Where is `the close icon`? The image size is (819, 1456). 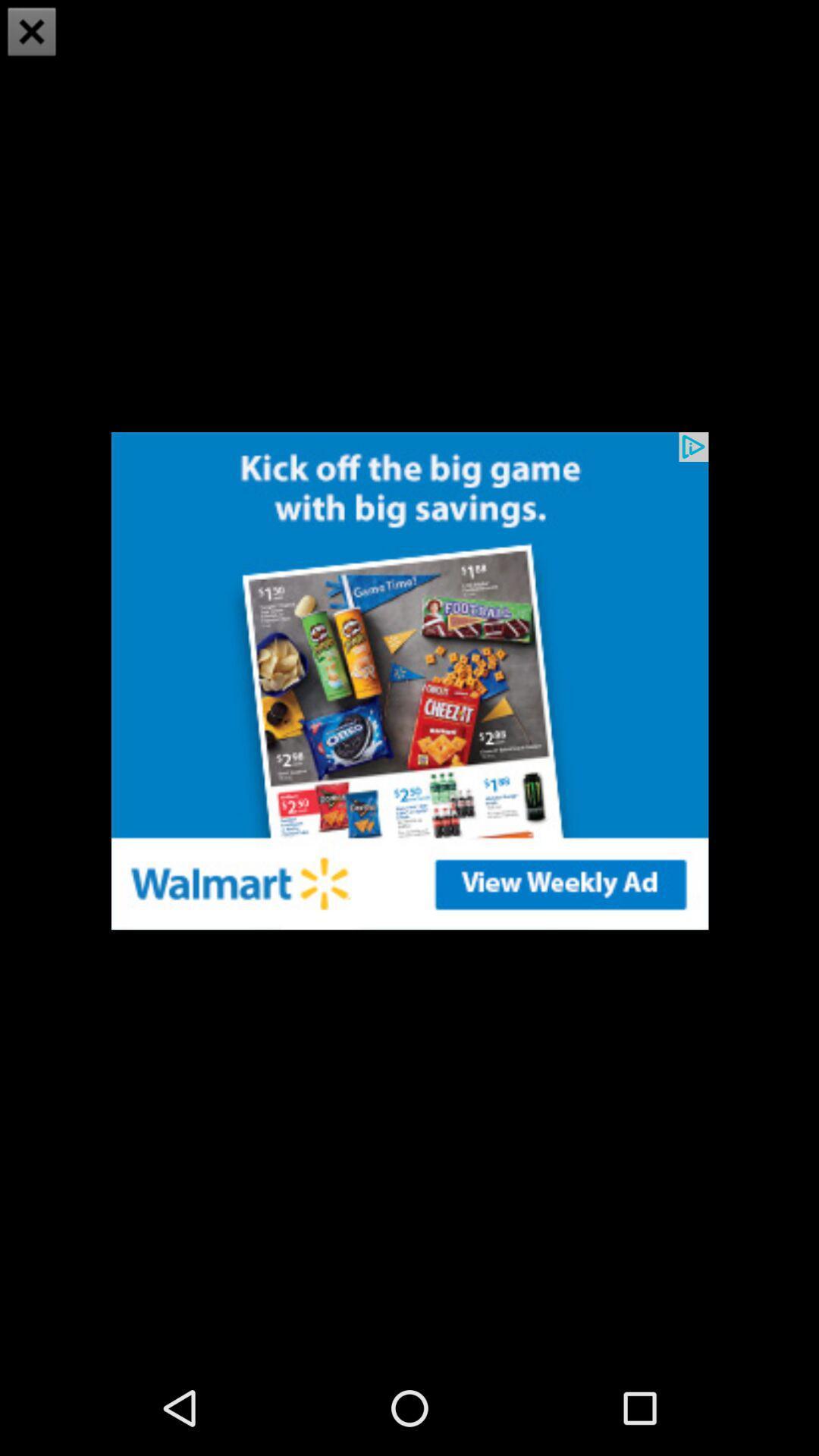 the close icon is located at coordinates (32, 33).